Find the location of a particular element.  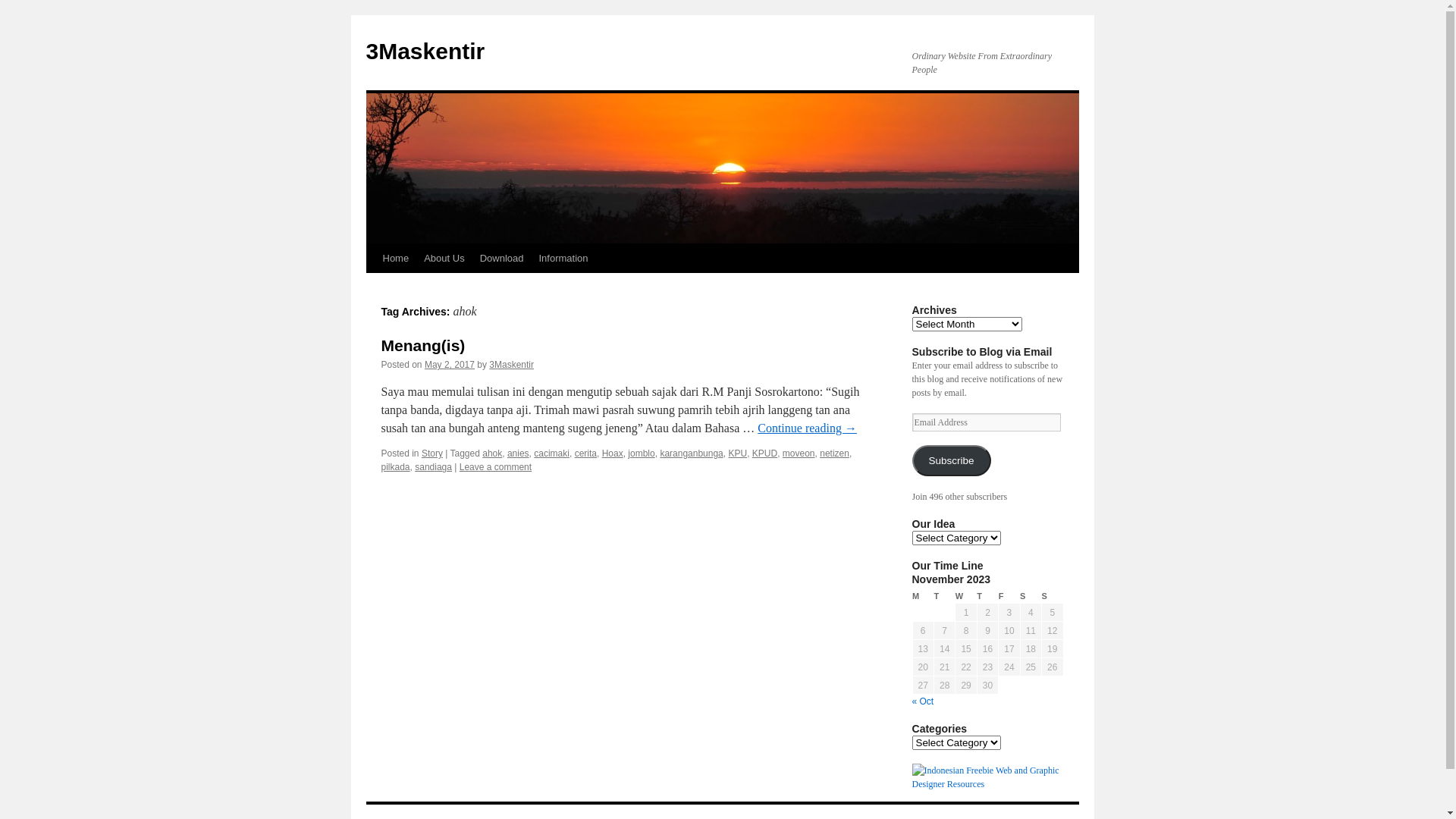

'Information' is located at coordinates (531, 257).